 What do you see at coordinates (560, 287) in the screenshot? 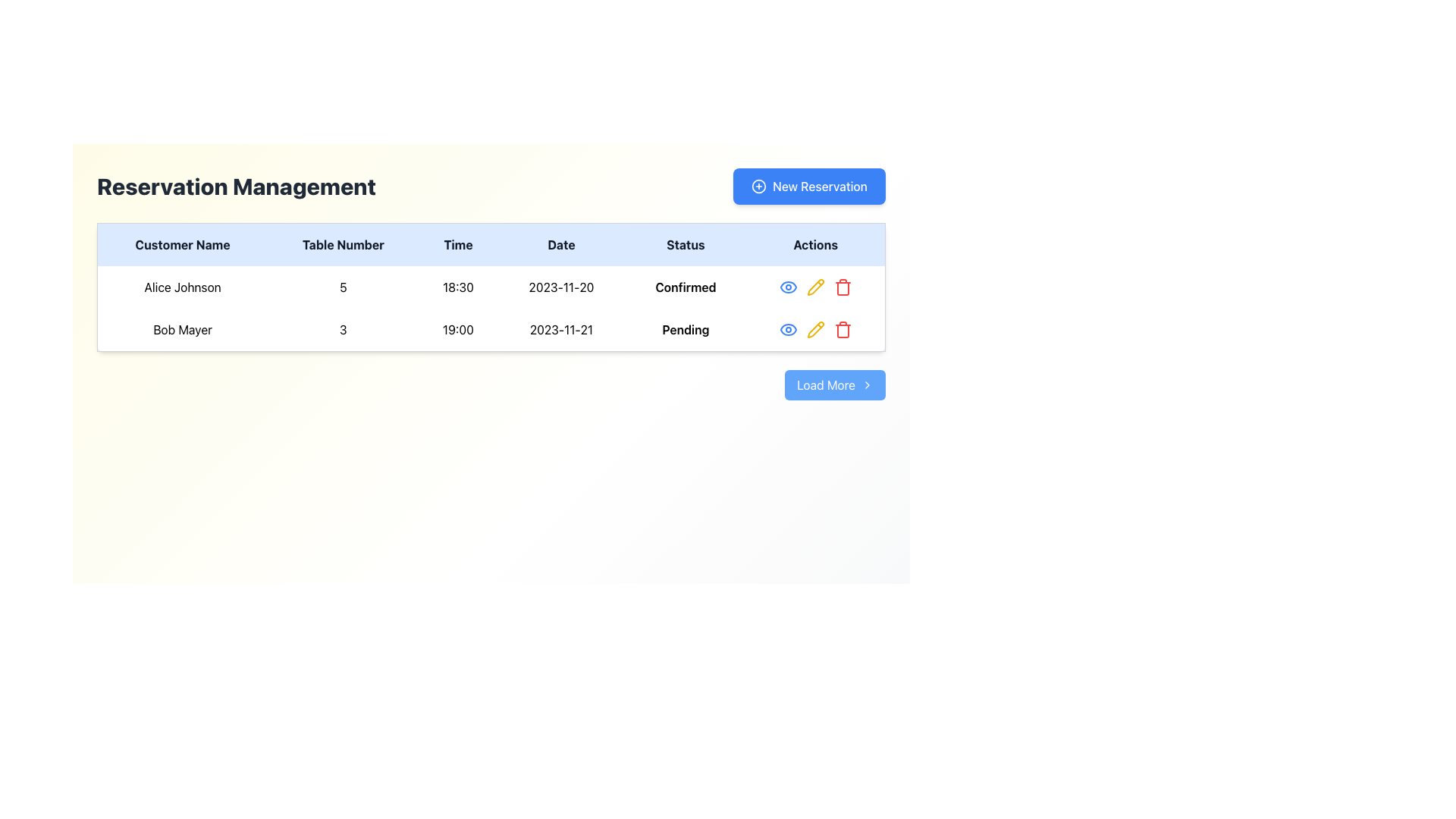
I see `the text label displaying the reservation date '2023-11-20' for the customer 'Alice Johnson' in the 'Date' column of the table` at bounding box center [560, 287].